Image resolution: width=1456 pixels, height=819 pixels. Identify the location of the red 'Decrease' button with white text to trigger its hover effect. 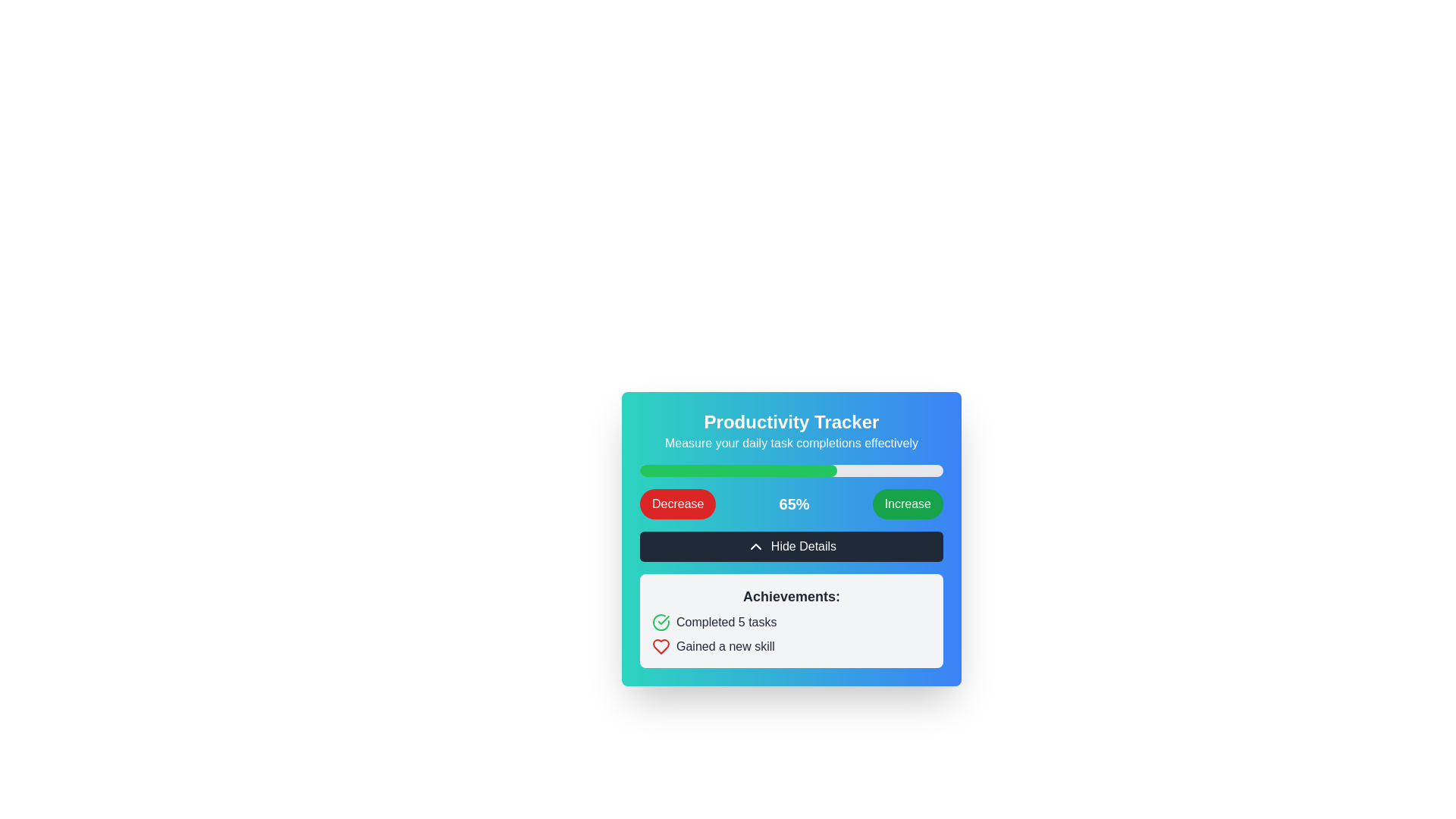
(677, 504).